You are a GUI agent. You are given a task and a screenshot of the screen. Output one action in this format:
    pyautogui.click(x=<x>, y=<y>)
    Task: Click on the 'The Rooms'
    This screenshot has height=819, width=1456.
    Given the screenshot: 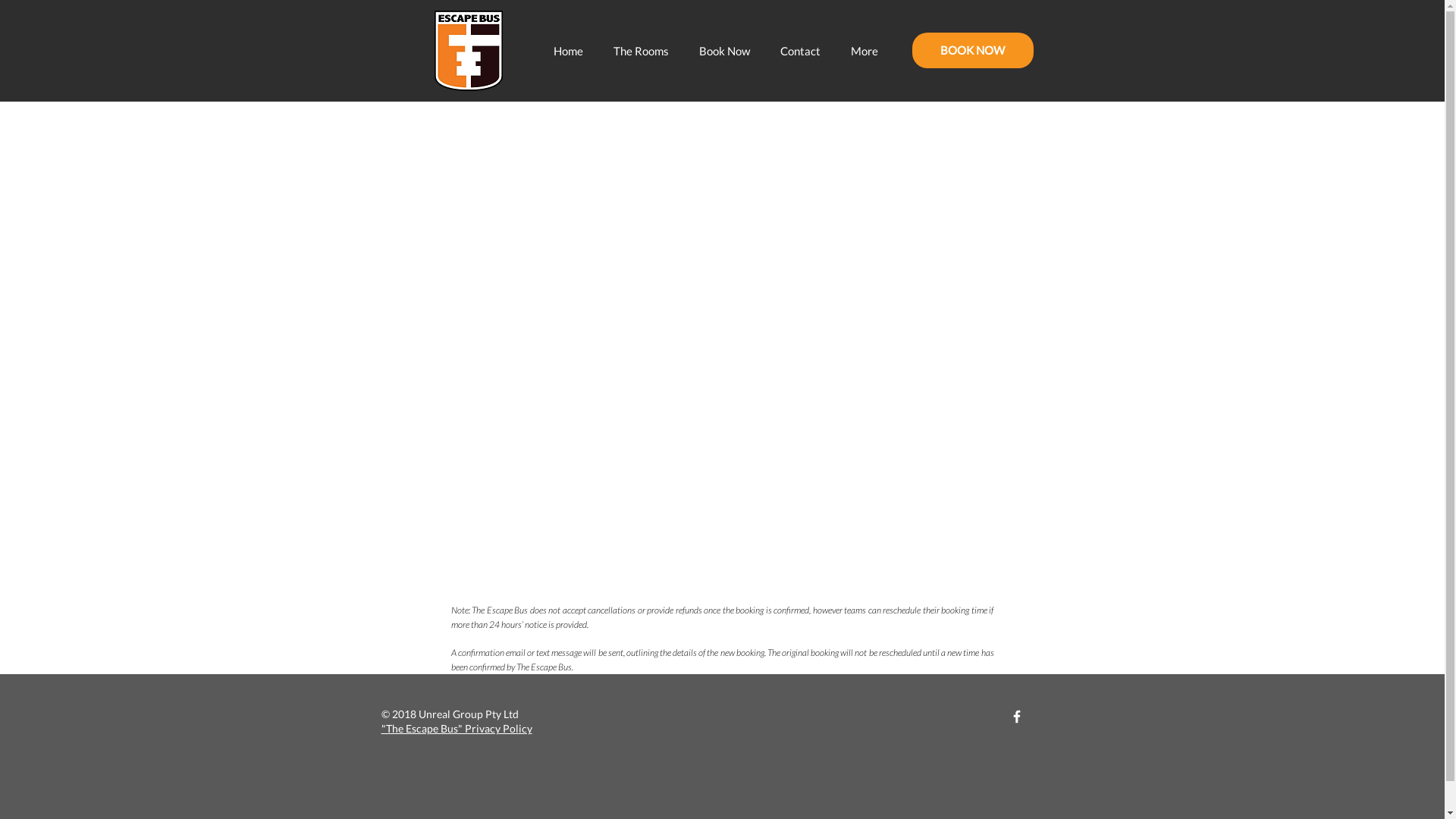 What is the action you would take?
    pyautogui.click(x=596, y=49)
    